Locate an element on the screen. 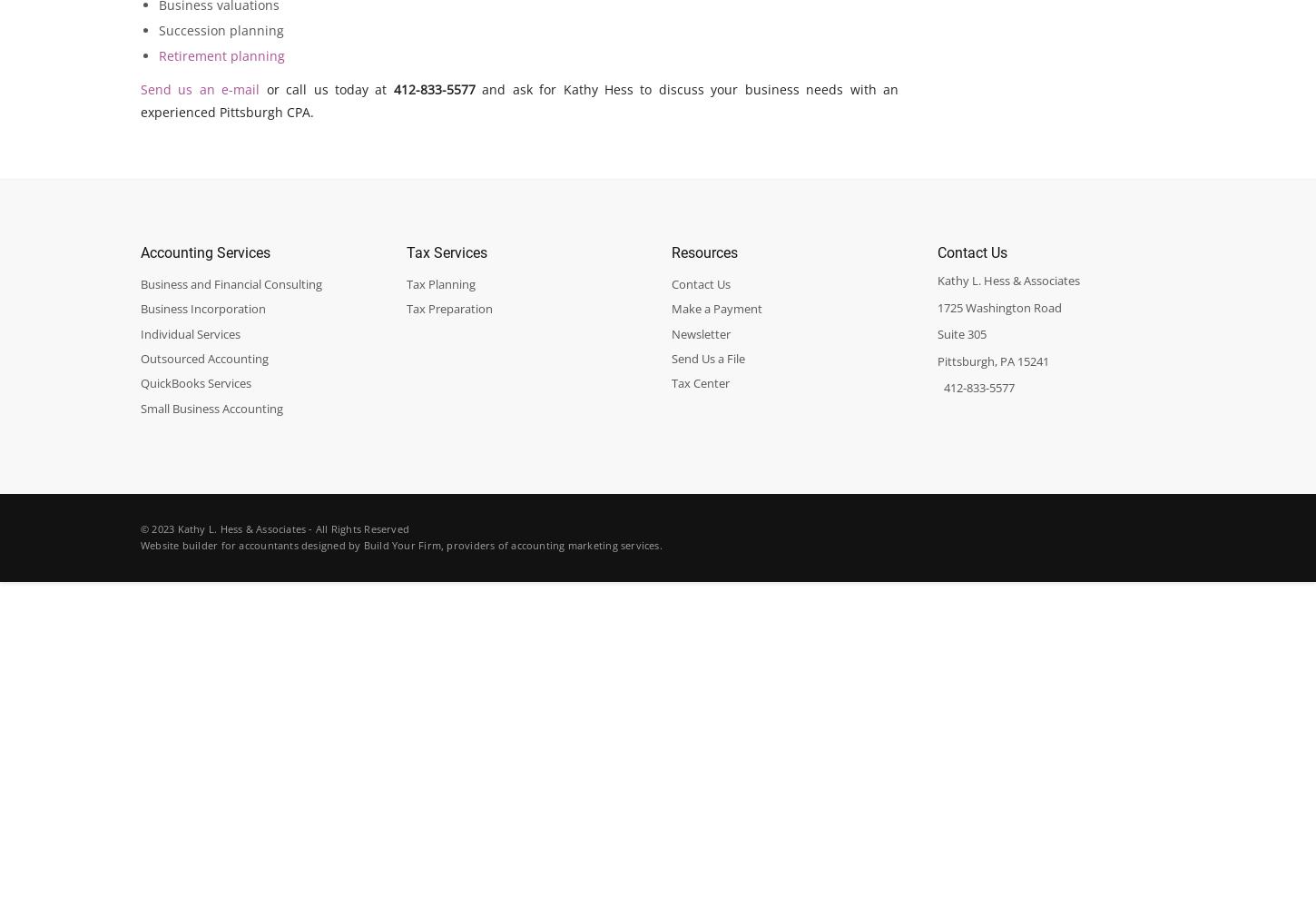  'Pittsburgh, PA 15241' is located at coordinates (991, 360).